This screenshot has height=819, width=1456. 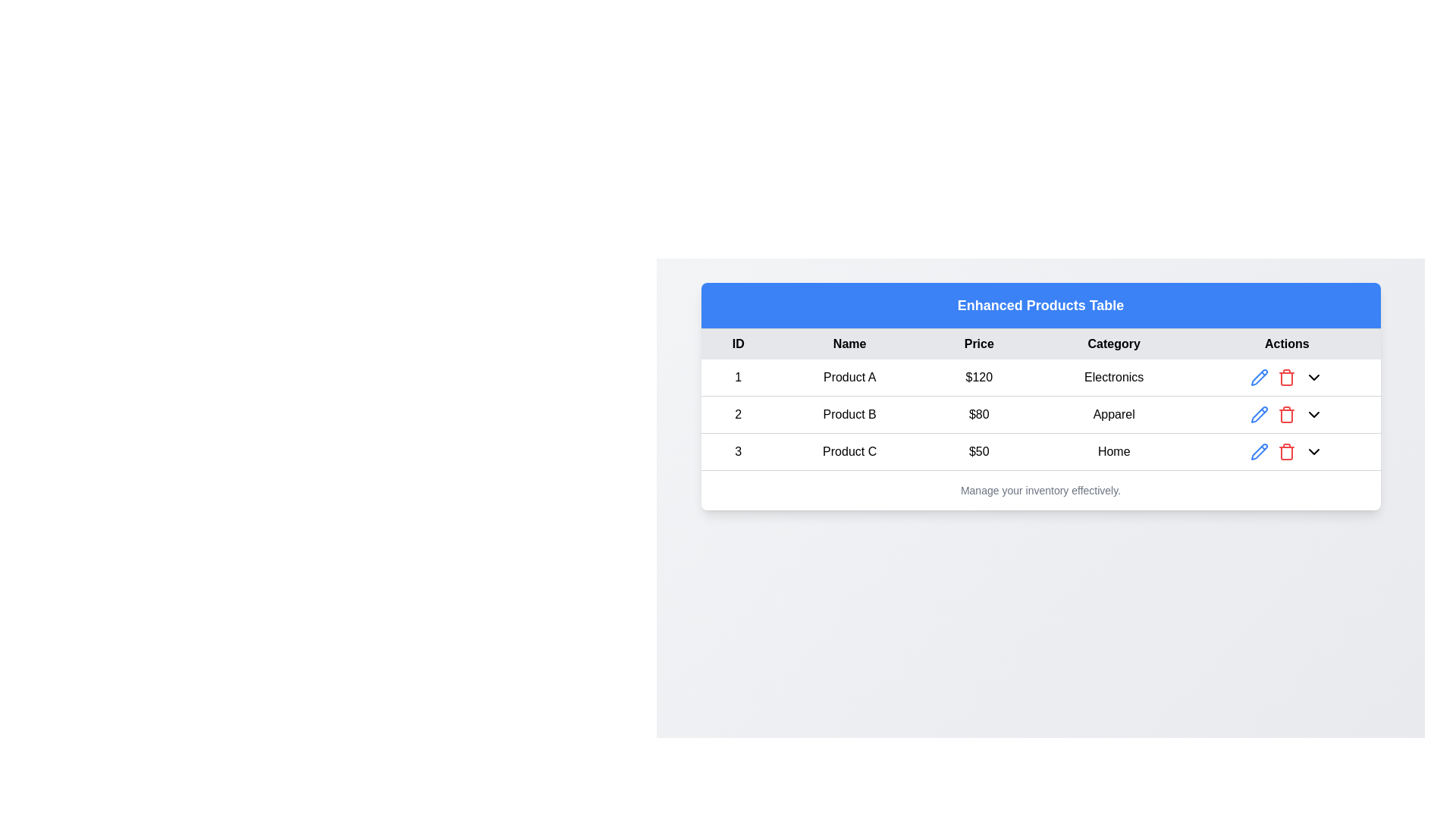 What do you see at coordinates (849, 377) in the screenshot?
I see `the static text element displaying 'Product A' located in the 'Name' column of the table, specifically the second box of the first row, between 'ID' and 'Price'` at bounding box center [849, 377].